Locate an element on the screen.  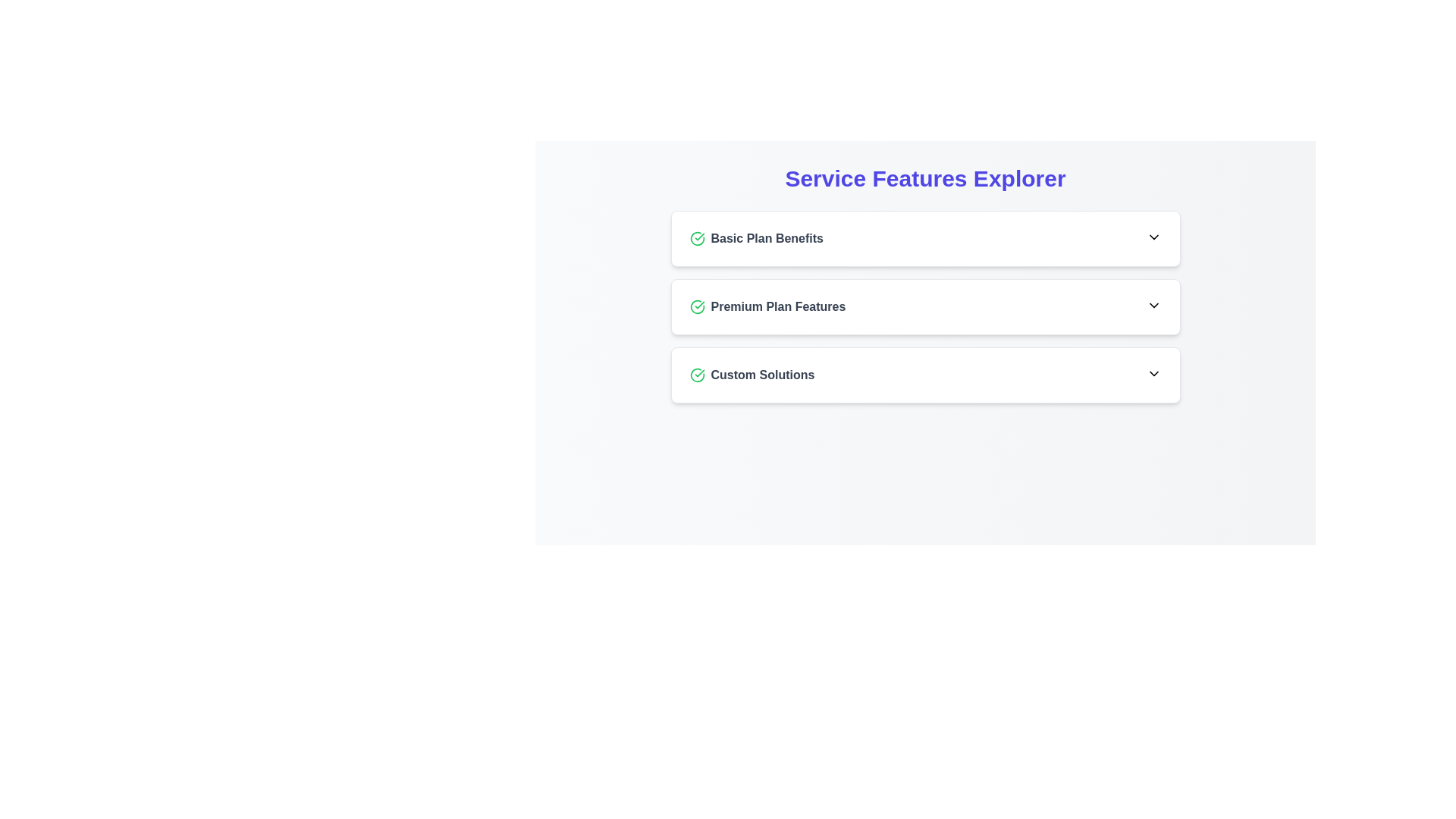
the chevron-down icon located at the right side of the 'Basic Plan Benefits' text is located at coordinates (1153, 237).